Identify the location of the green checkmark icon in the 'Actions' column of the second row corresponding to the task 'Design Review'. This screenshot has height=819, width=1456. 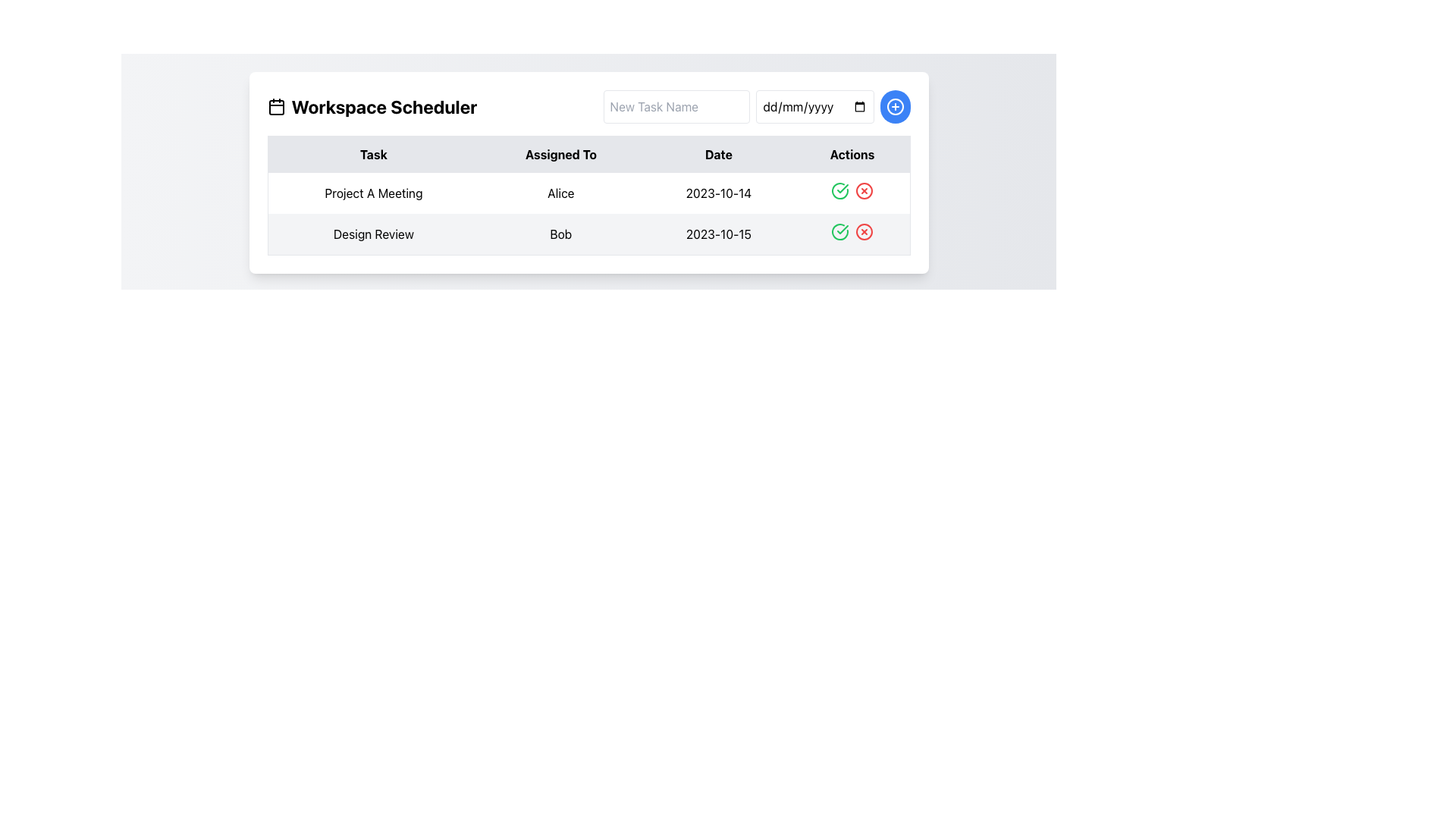
(842, 230).